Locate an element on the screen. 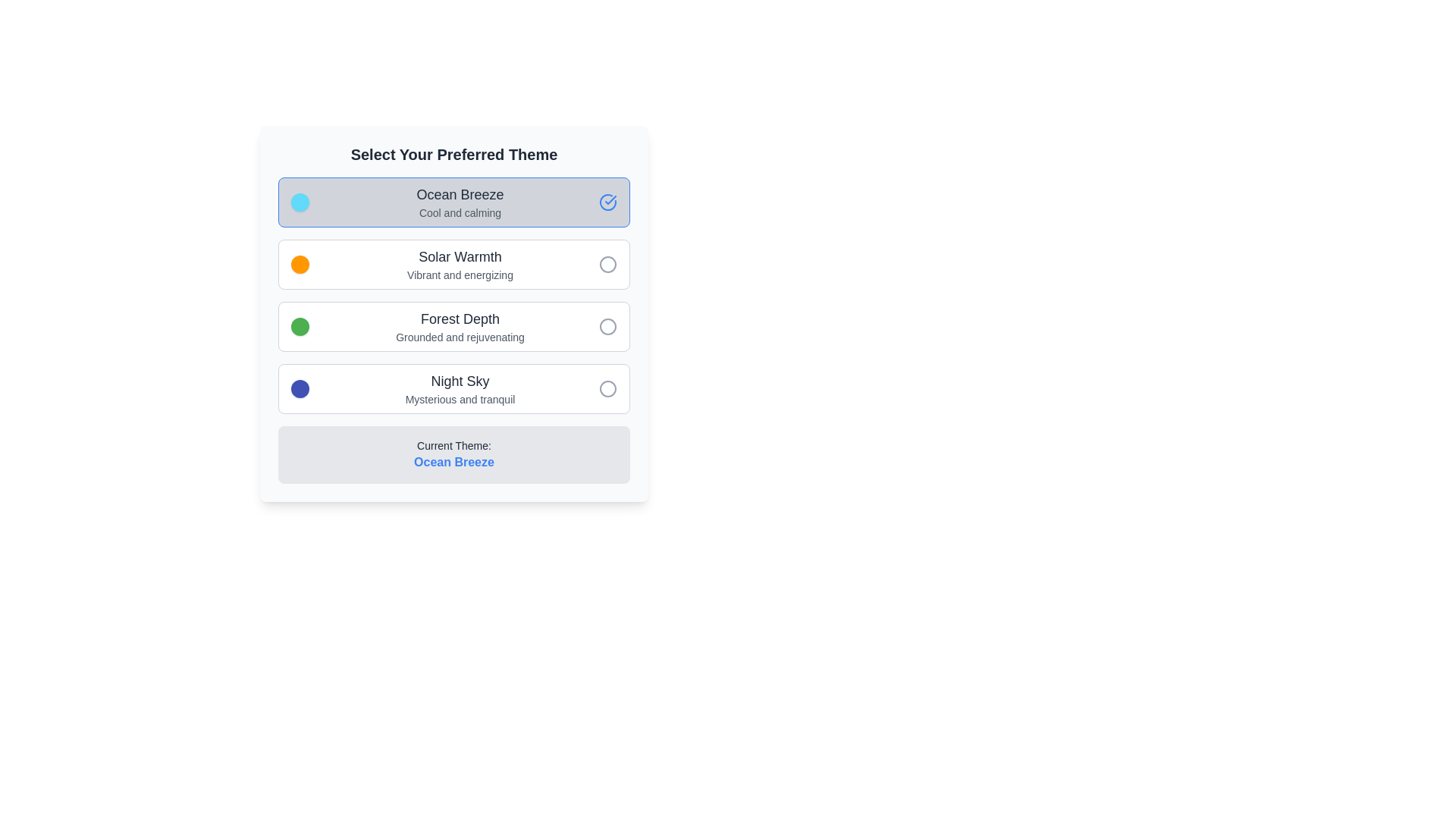 Image resolution: width=1456 pixels, height=819 pixels. the purely visual, themed color indicator for the 'Forest Depth' option in the theme selection UI, which is positioned centrally within the option box is located at coordinates (300, 326).